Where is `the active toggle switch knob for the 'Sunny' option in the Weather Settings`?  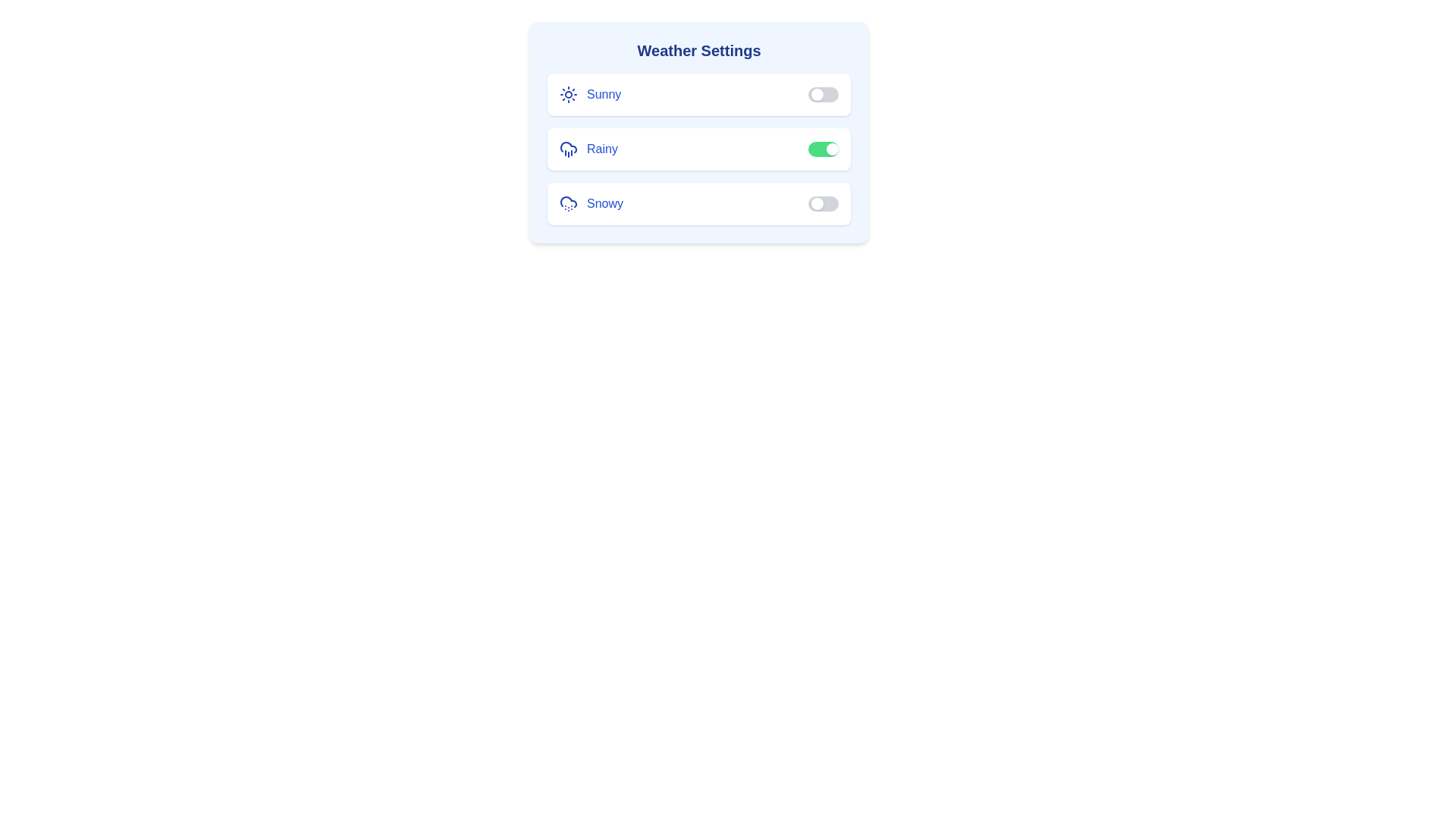 the active toggle switch knob for the 'Sunny' option in the Weather Settings is located at coordinates (817, 94).